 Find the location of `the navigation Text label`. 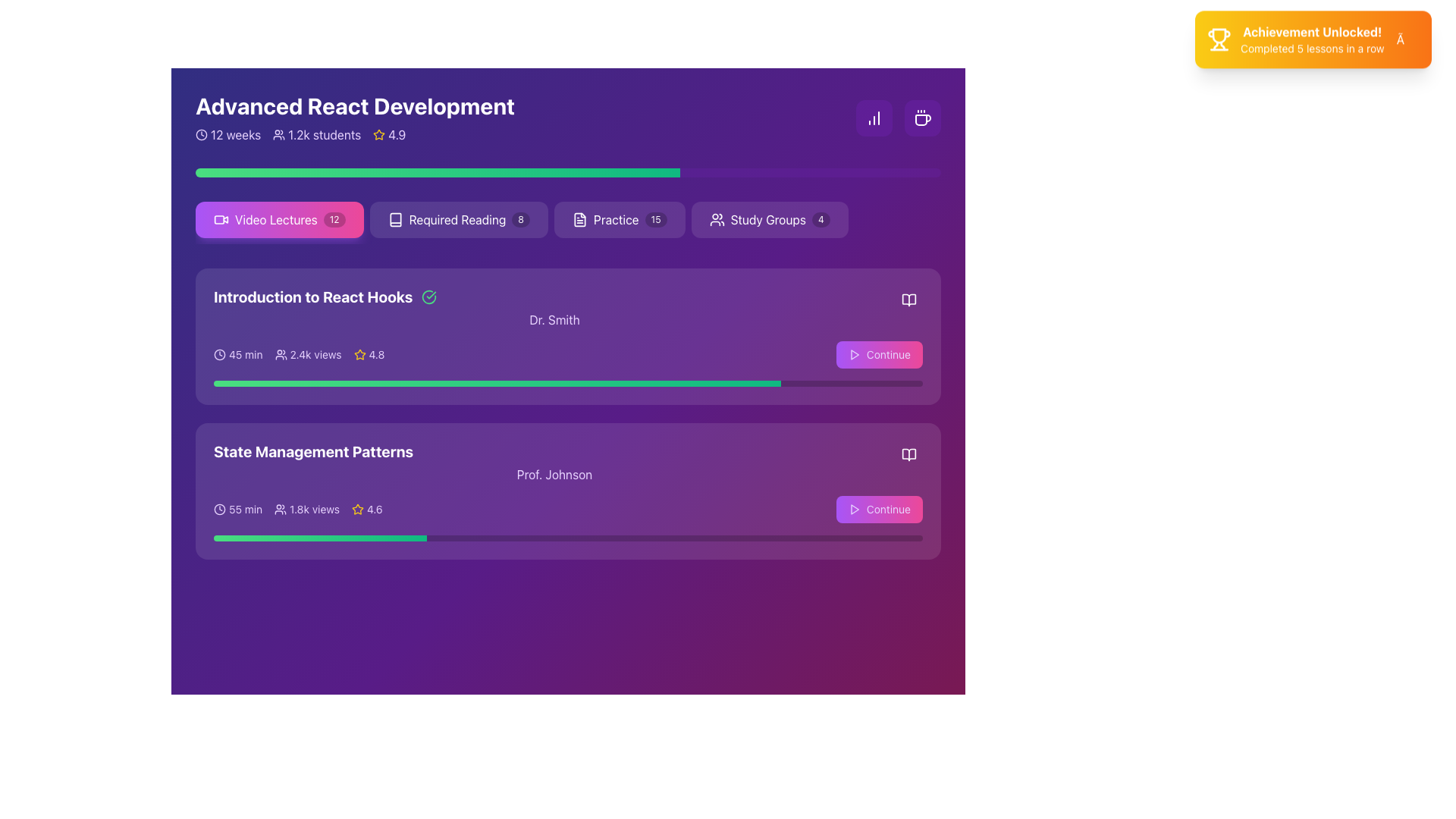

the navigation Text label is located at coordinates (457, 219).